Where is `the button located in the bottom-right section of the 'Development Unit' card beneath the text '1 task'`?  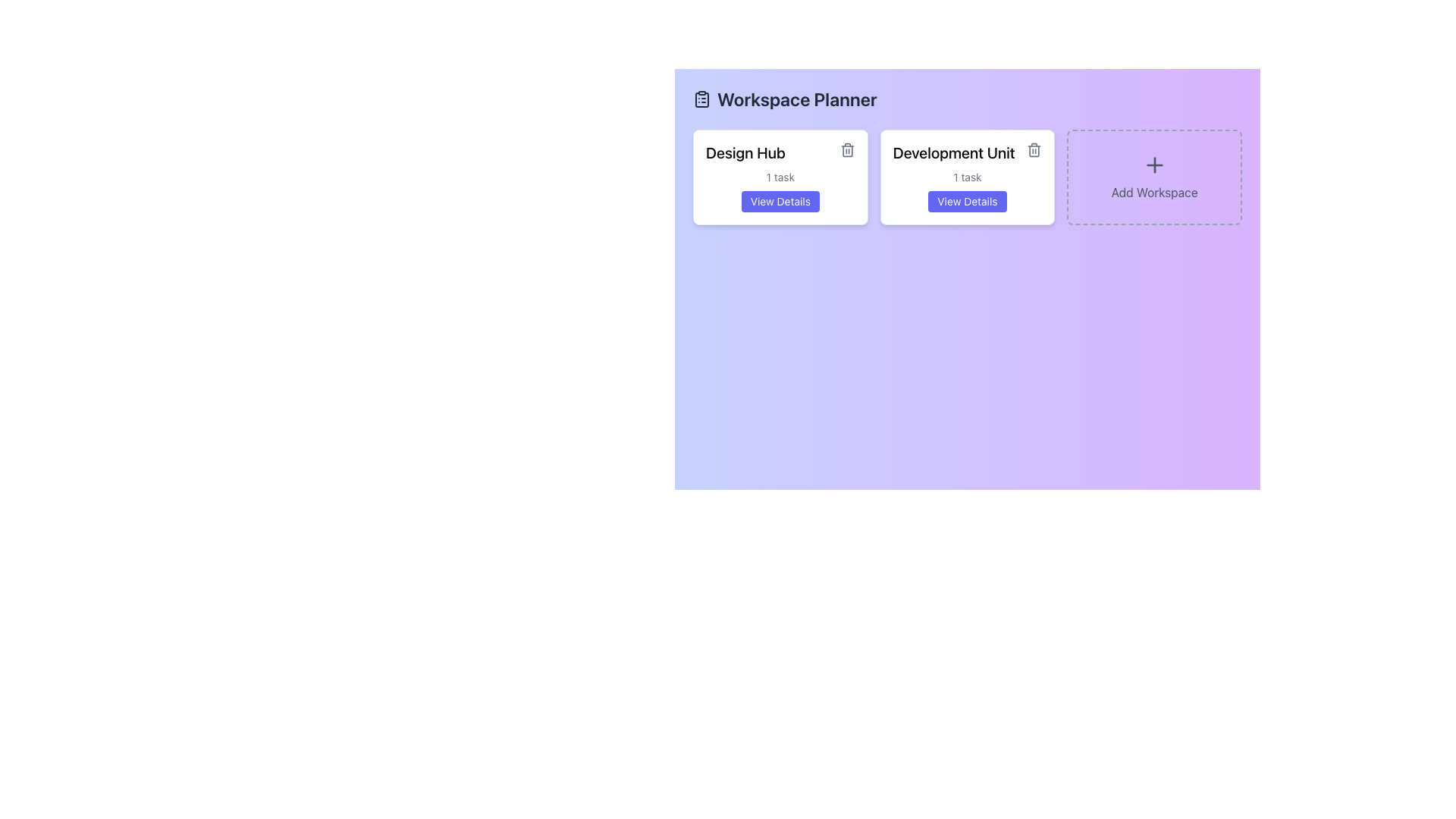
the button located in the bottom-right section of the 'Development Unit' card beneath the text '1 task' is located at coordinates (967, 201).